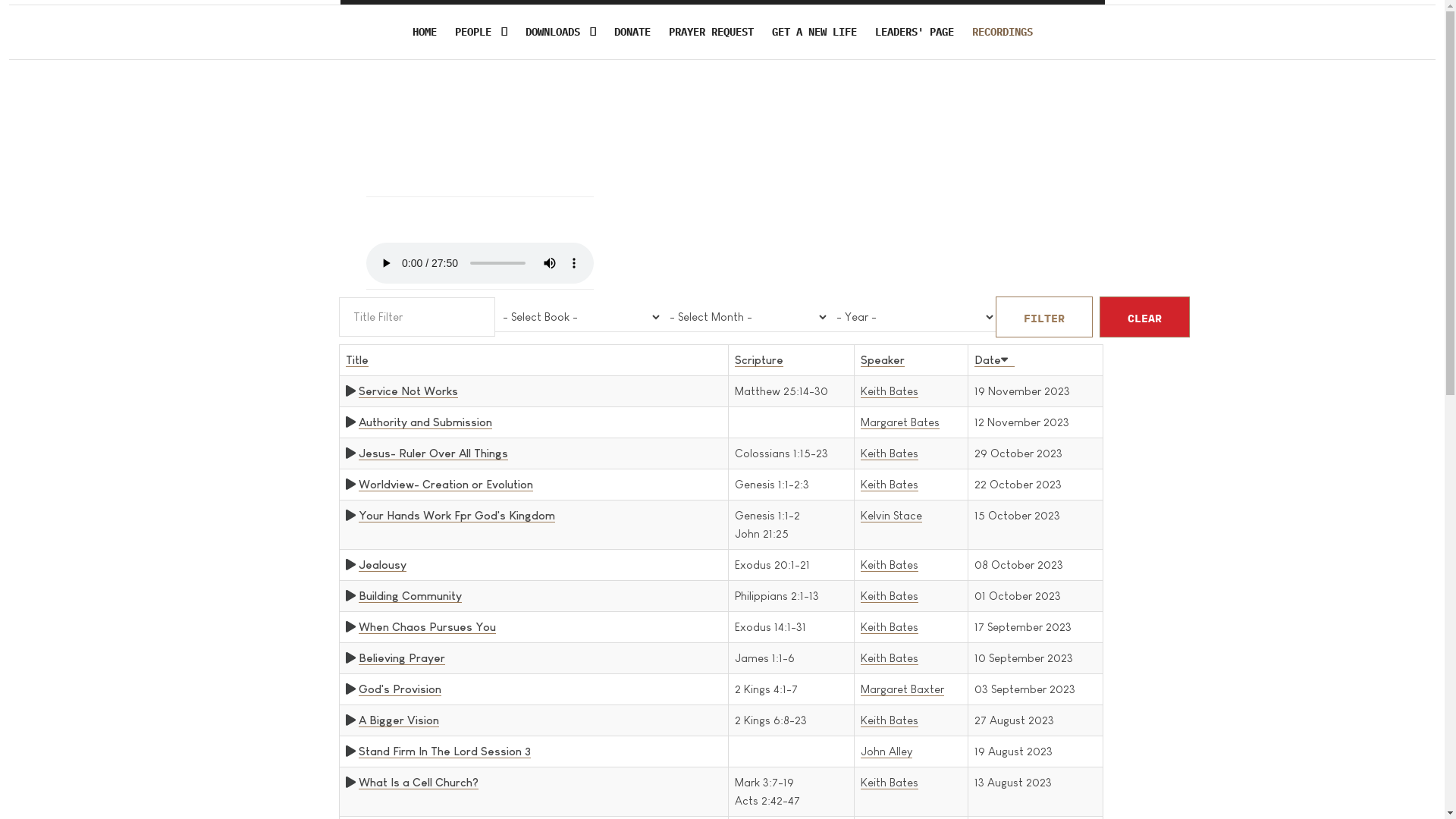 This screenshot has width=1456, height=819. I want to click on 'Kelvin Stace', so click(860, 514).